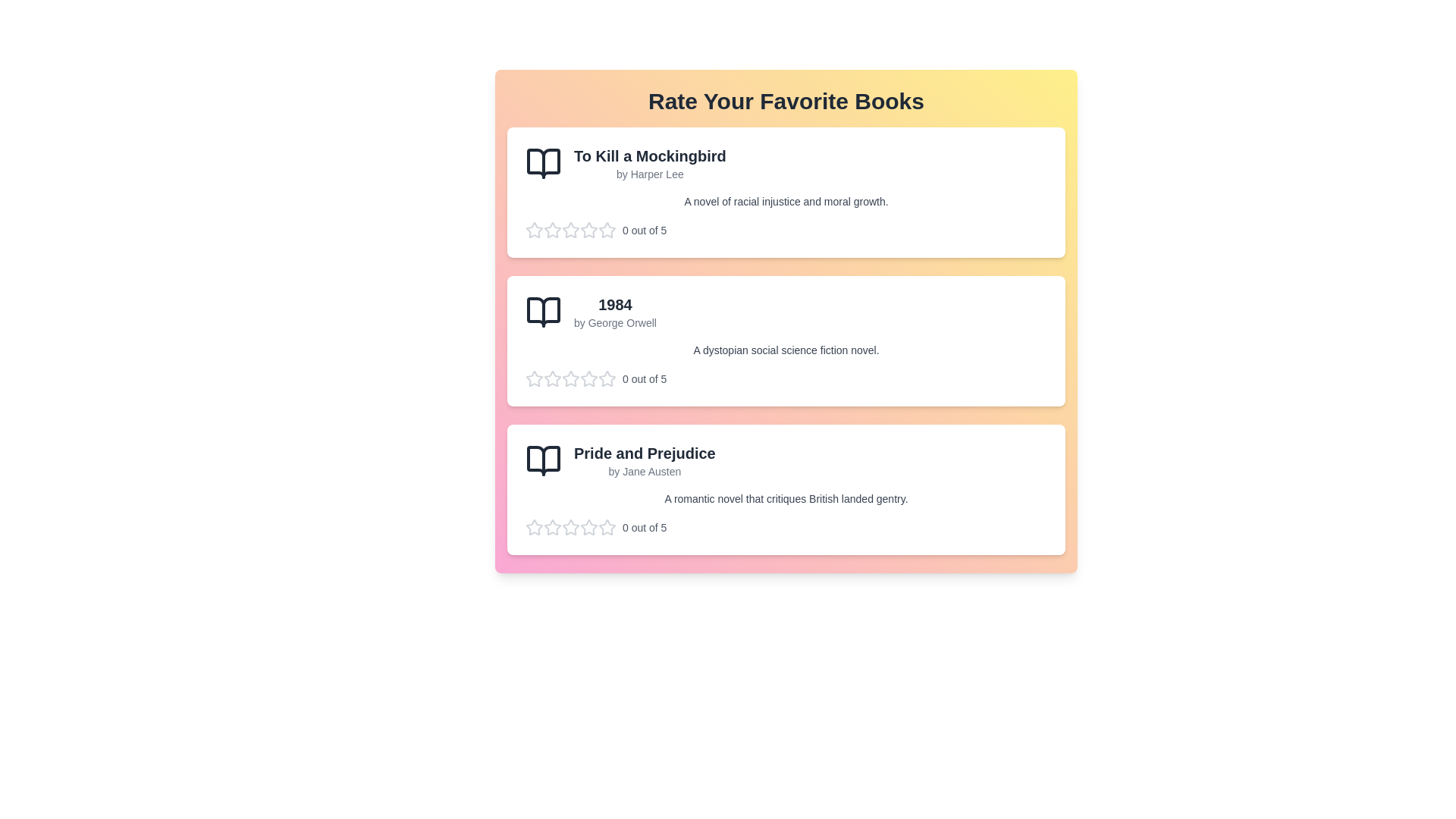  I want to click on the Text label indicating the author of the book, positioned below the title 'To Kill a Mockingbird' in the uppermost card of a vertical list, so click(650, 174).